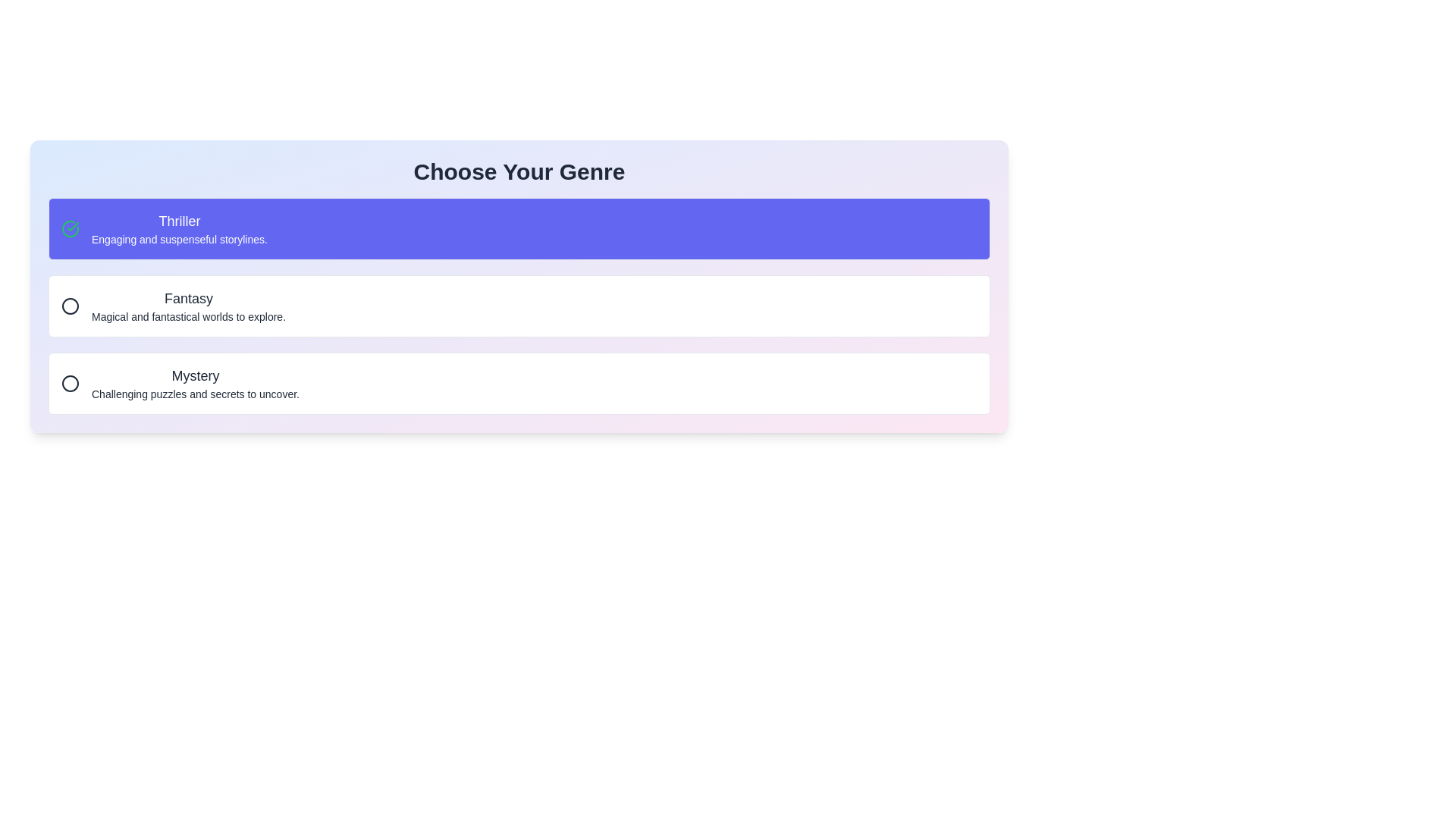  I want to click on the checkmark icon within the green circular icon indicating completion, located to the left of the text 'Thriller', so click(72, 227).